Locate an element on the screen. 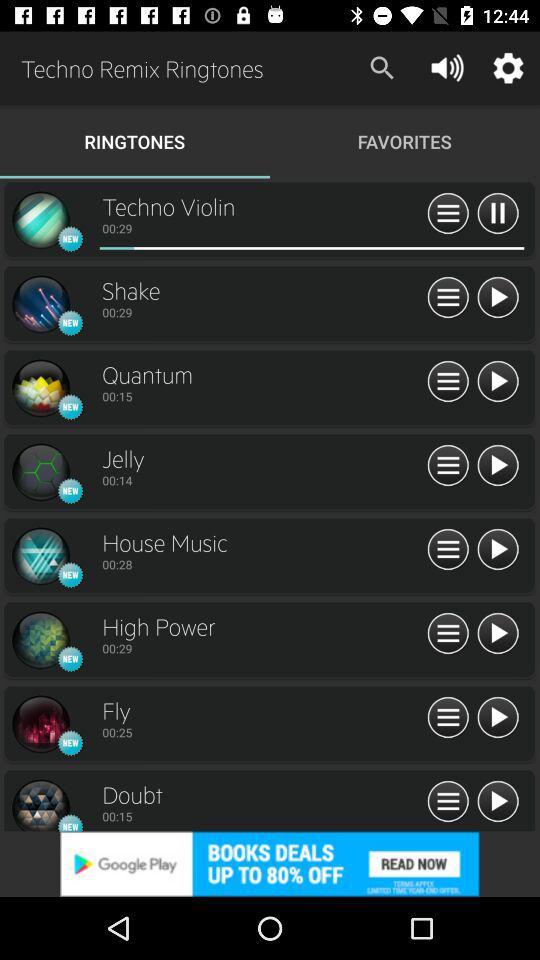 The image size is (540, 960). techno violin is located at coordinates (496, 802).